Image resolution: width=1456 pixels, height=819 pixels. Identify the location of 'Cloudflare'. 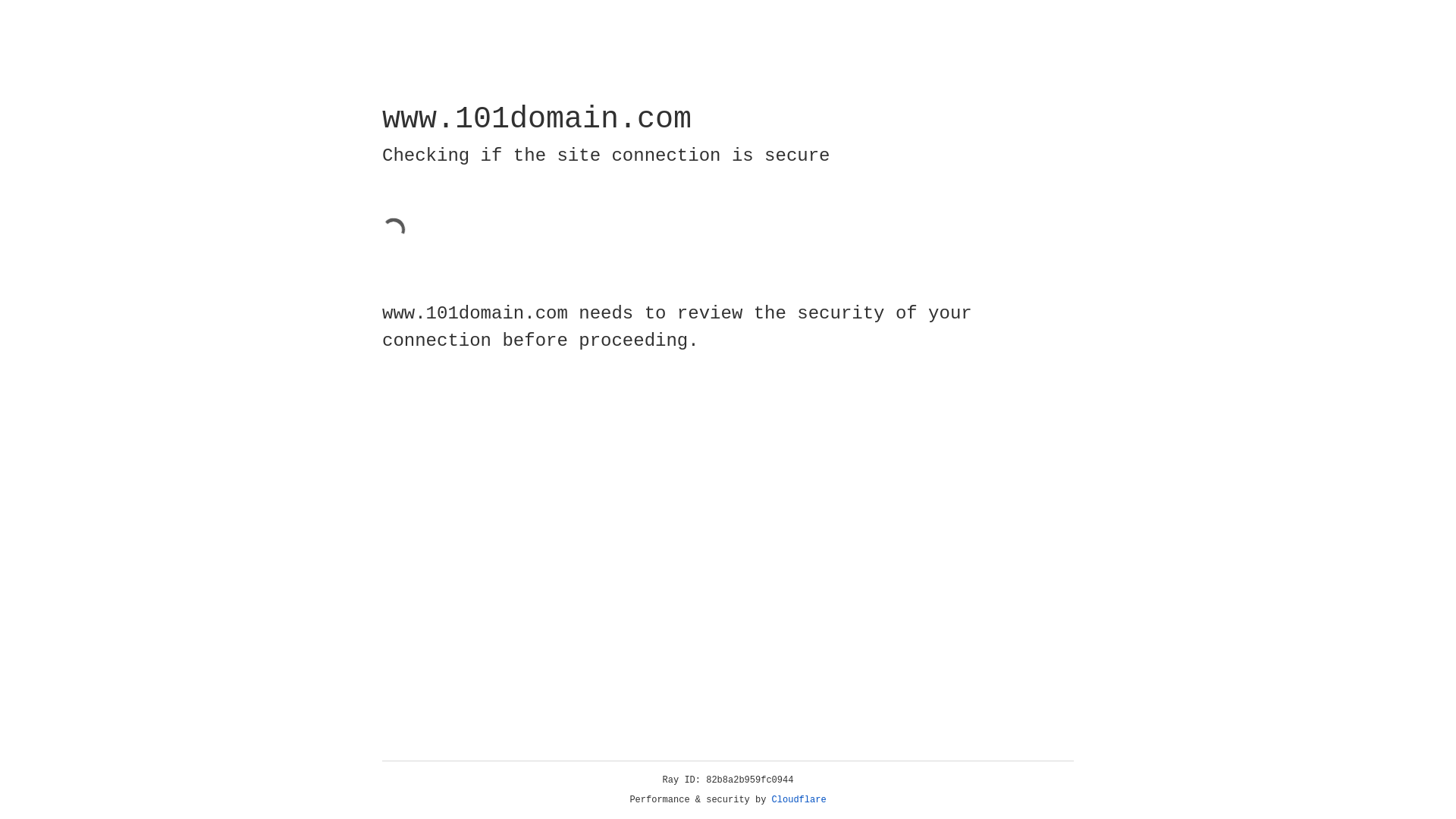
(799, 799).